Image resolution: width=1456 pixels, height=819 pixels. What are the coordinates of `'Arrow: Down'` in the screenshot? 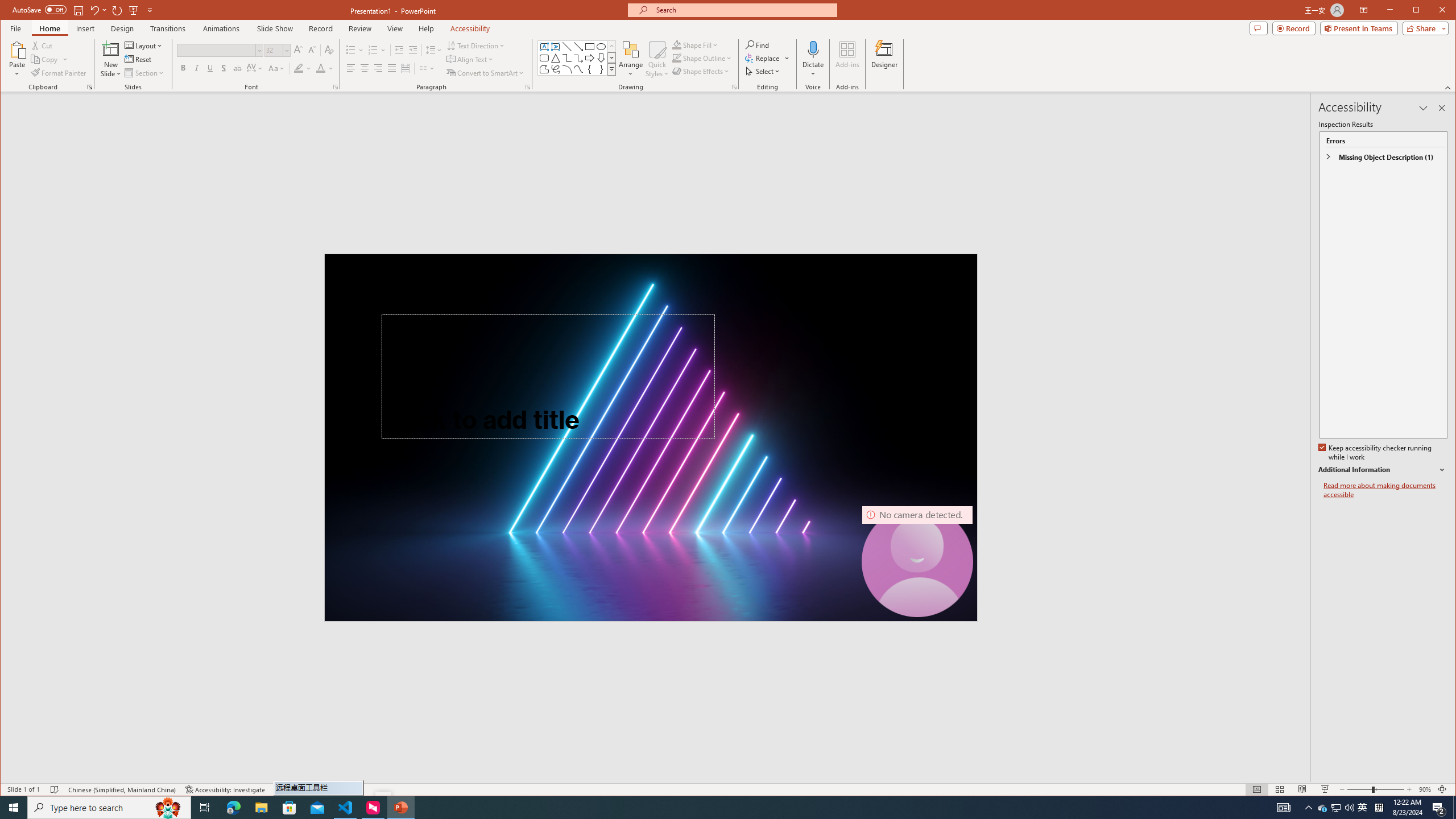 It's located at (601, 58).